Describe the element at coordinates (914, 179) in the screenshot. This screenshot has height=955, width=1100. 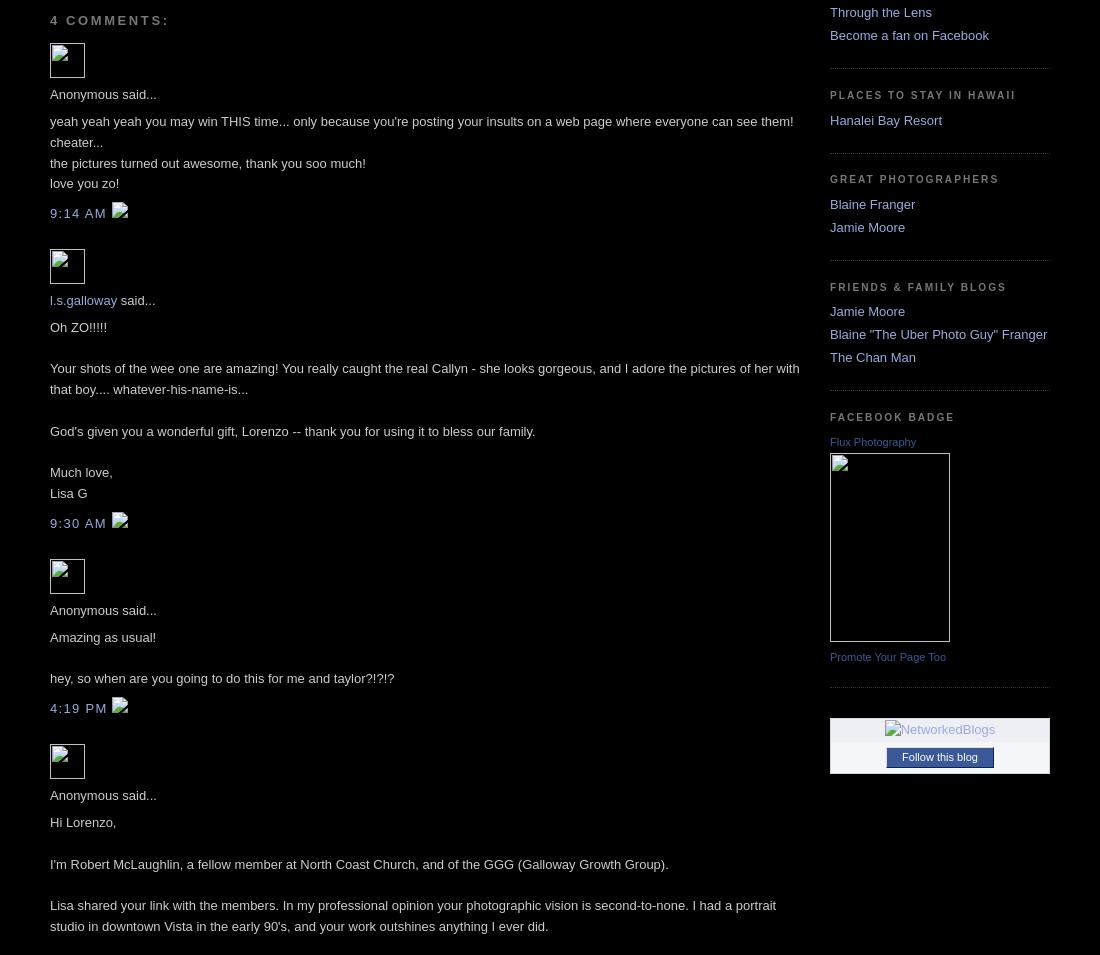
I see `'Great Photographers'` at that location.